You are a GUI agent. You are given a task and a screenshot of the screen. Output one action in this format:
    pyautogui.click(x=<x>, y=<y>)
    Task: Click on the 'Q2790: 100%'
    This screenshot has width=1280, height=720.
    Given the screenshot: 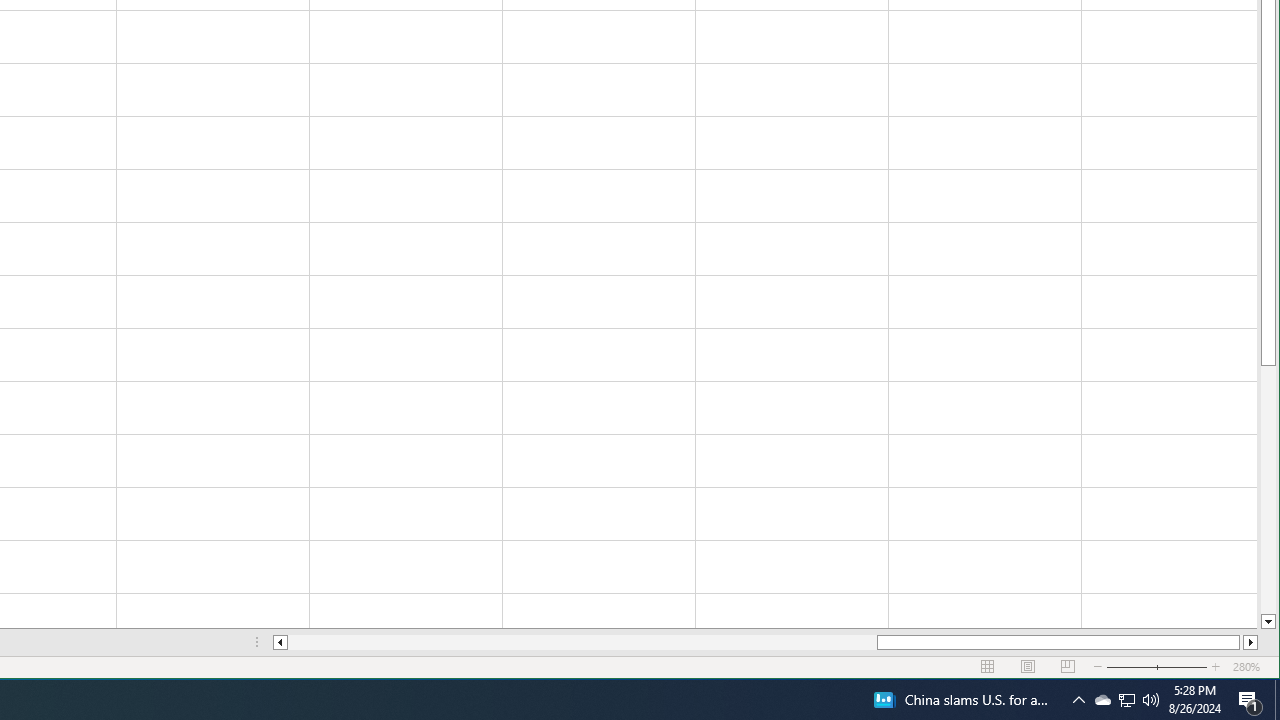 What is the action you would take?
    pyautogui.click(x=1127, y=698)
    